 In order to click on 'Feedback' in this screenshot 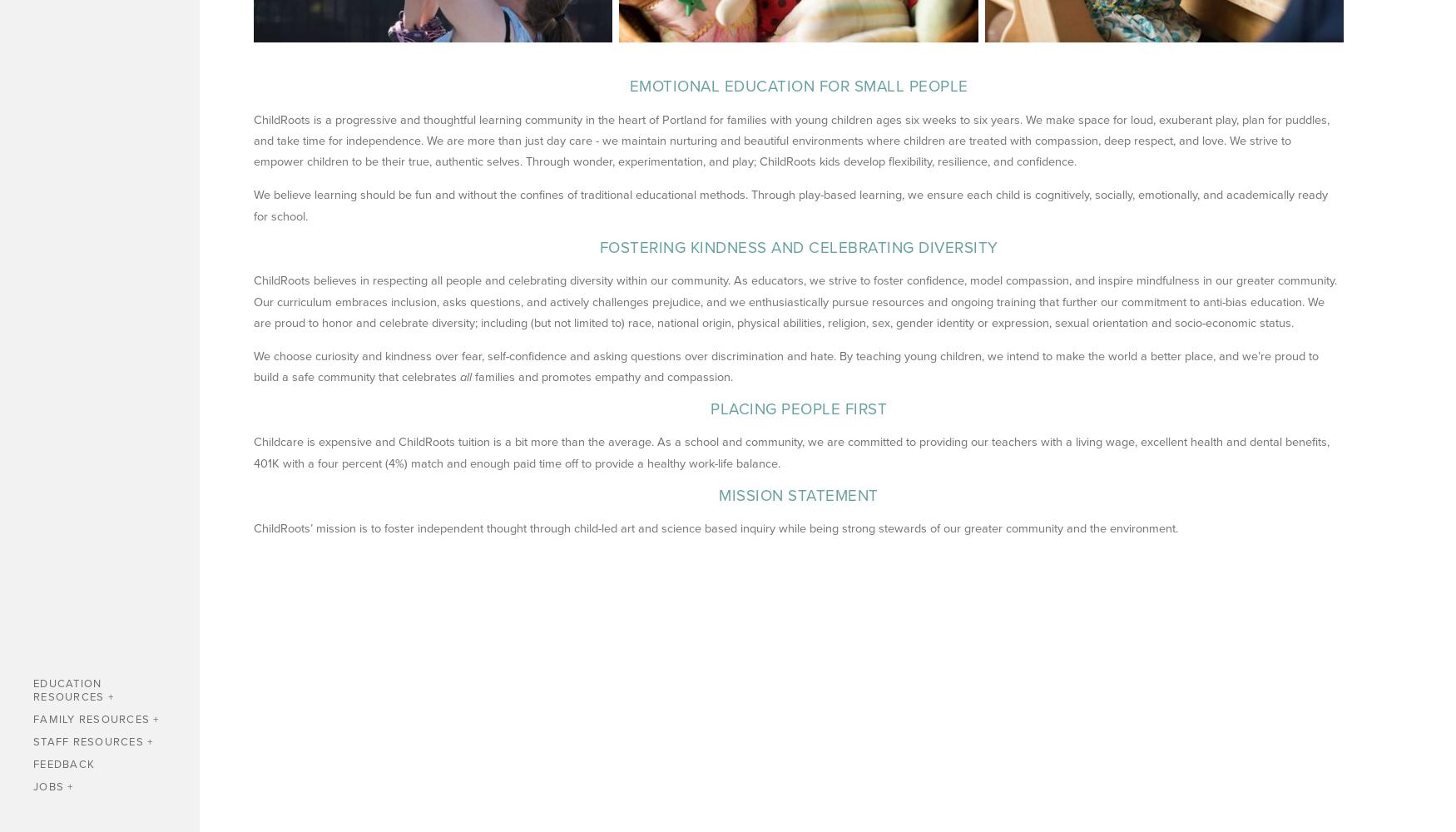, I will do `click(32, 764)`.